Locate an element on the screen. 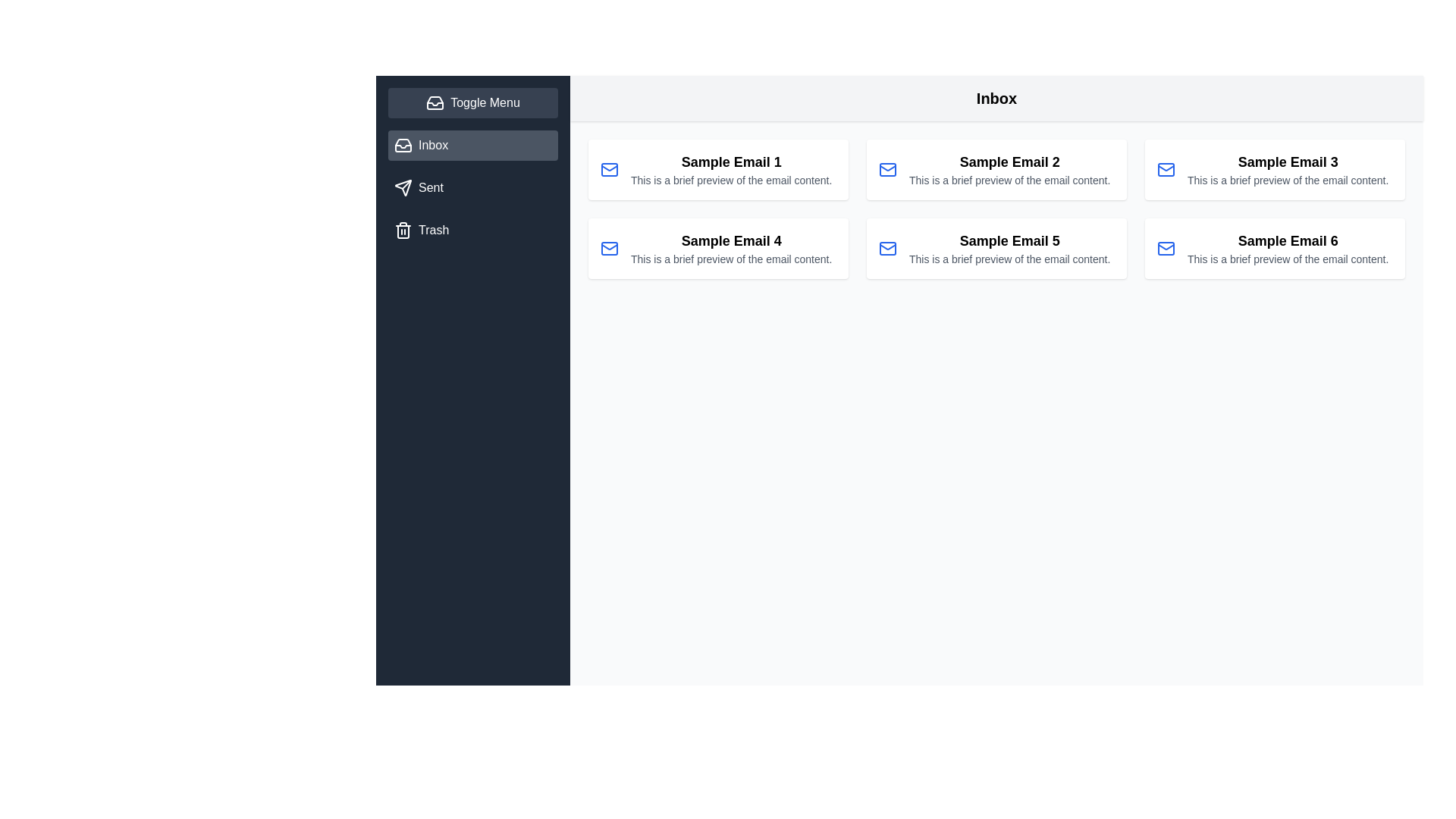  preview text element located below the header 'Sample Email 5', which provides insight into the email content without opening it is located at coordinates (1009, 259).